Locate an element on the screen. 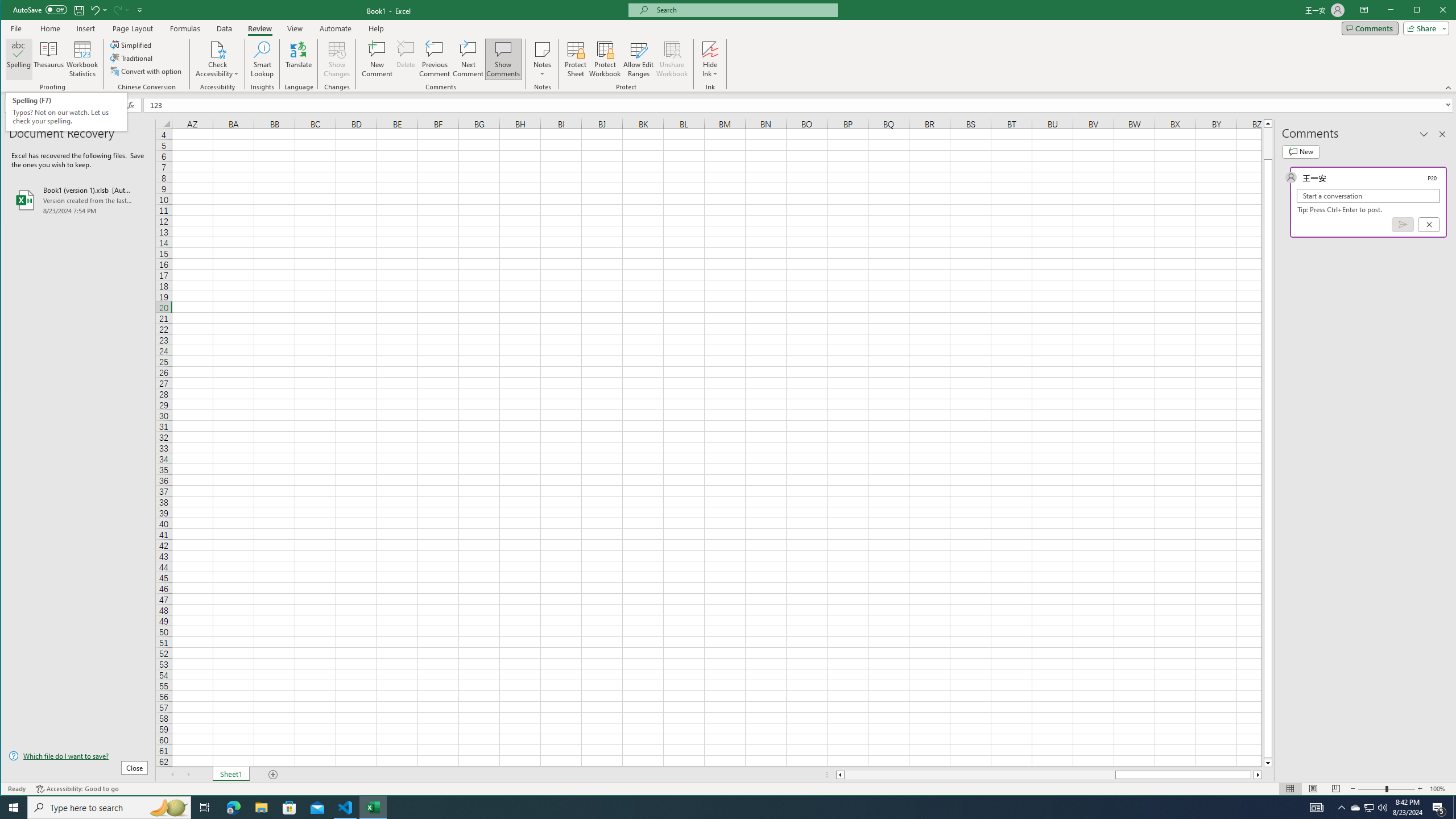  'Convert with option' is located at coordinates (146, 71).